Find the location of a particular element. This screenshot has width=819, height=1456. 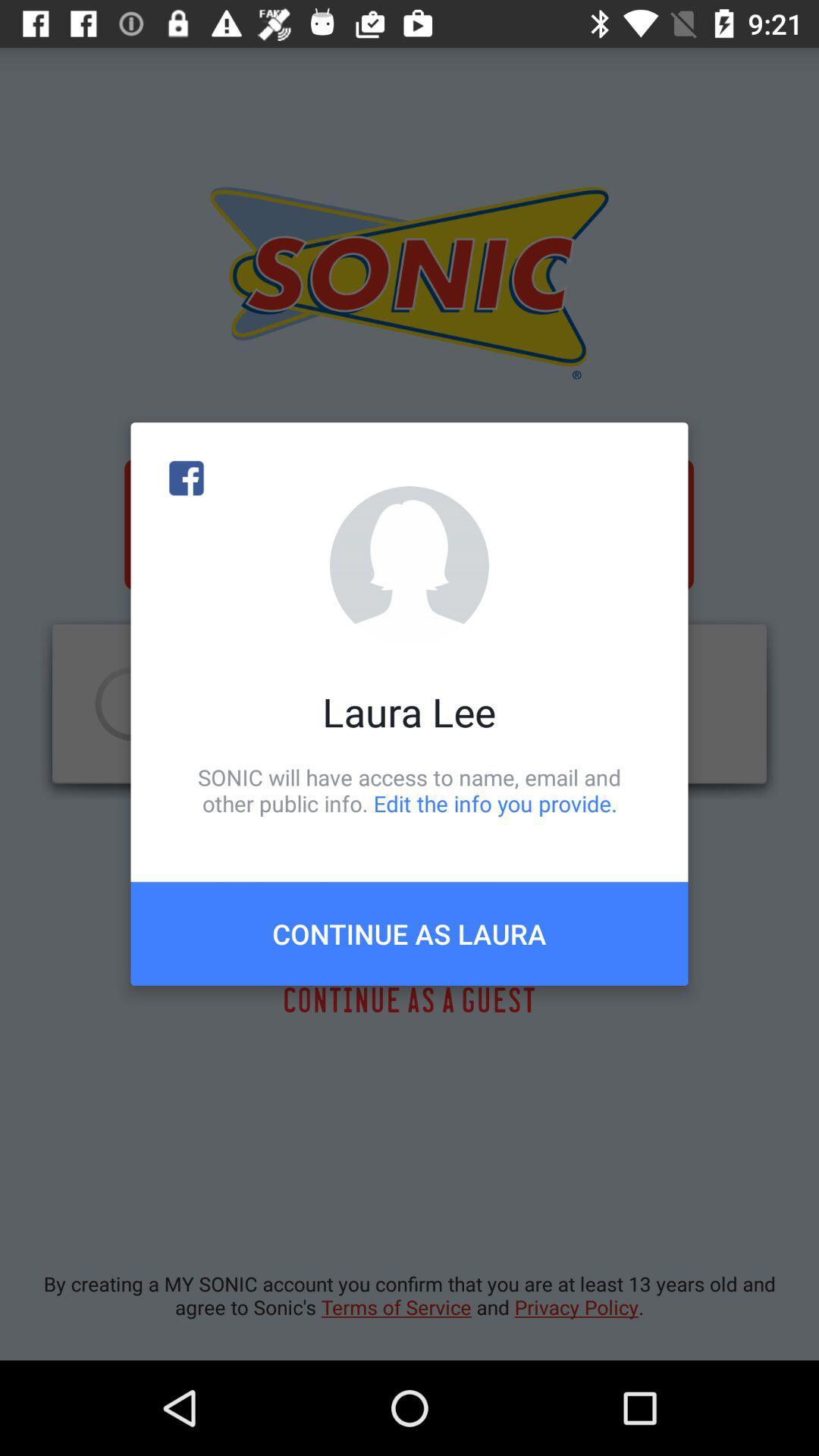

item above the continue as laura item is located at coordinates (409, 789).